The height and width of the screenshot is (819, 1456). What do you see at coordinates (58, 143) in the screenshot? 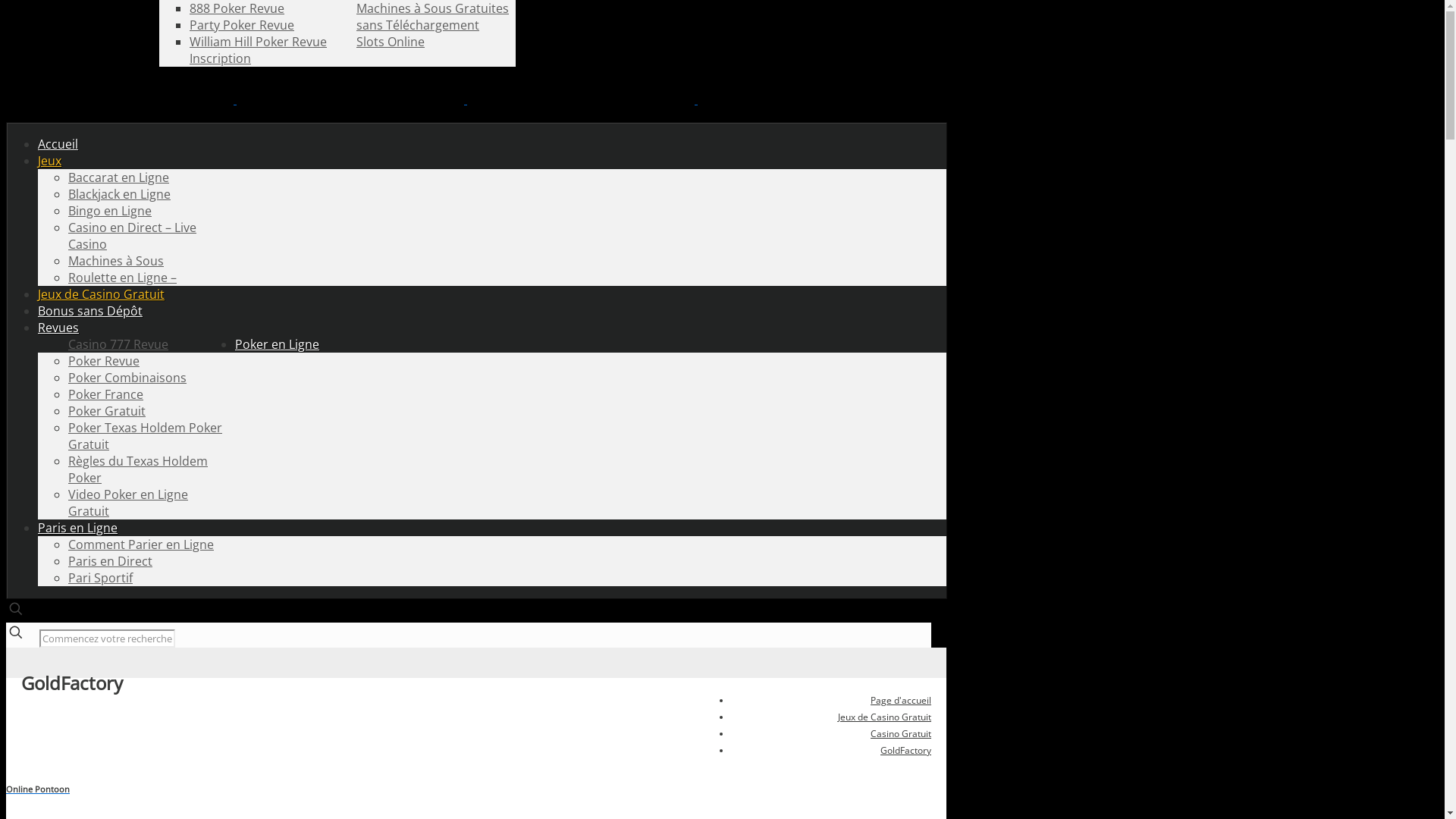
I see `'Accueil'` at bounding box center [58, 143].